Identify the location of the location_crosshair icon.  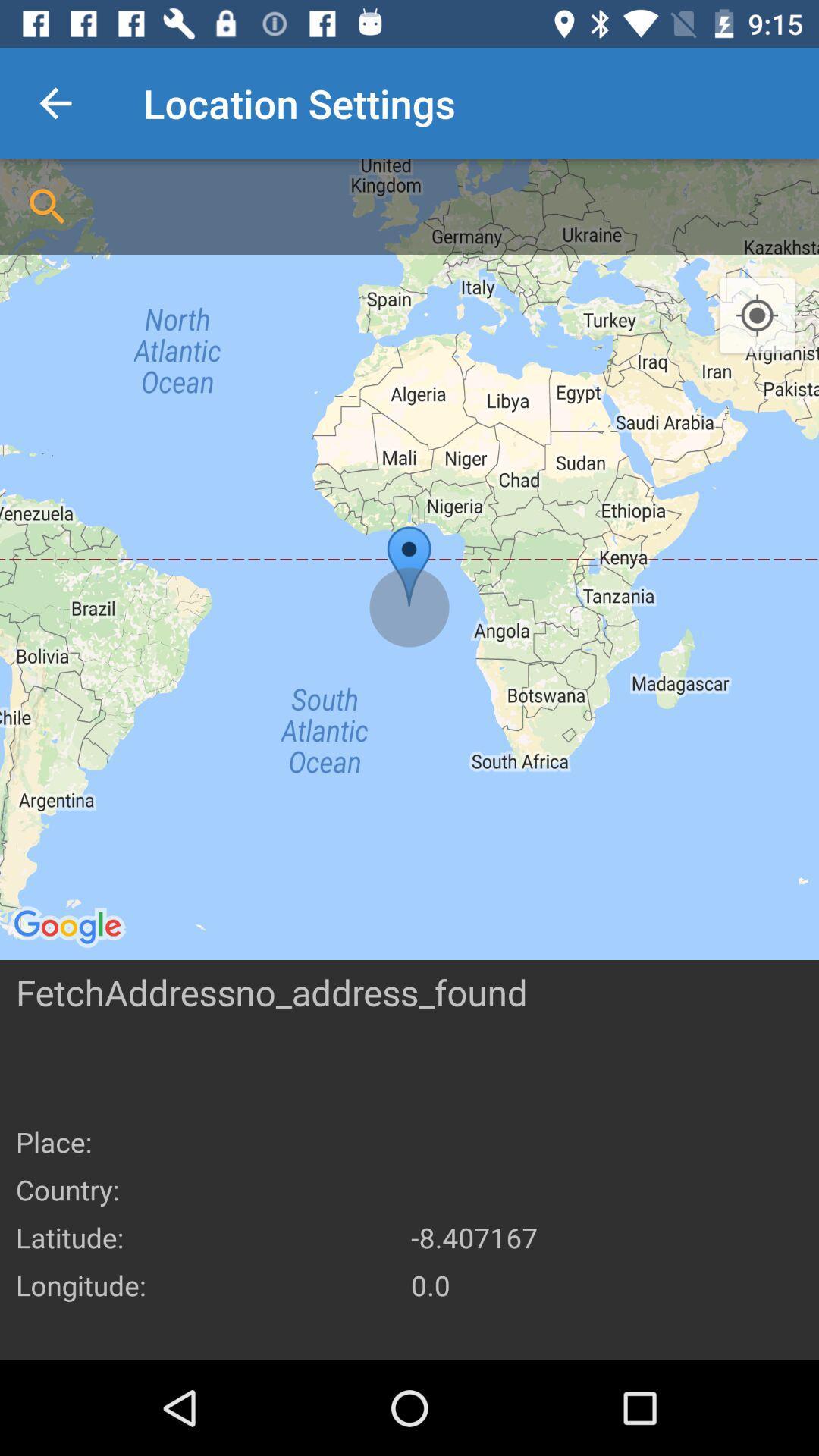
(757, 315).